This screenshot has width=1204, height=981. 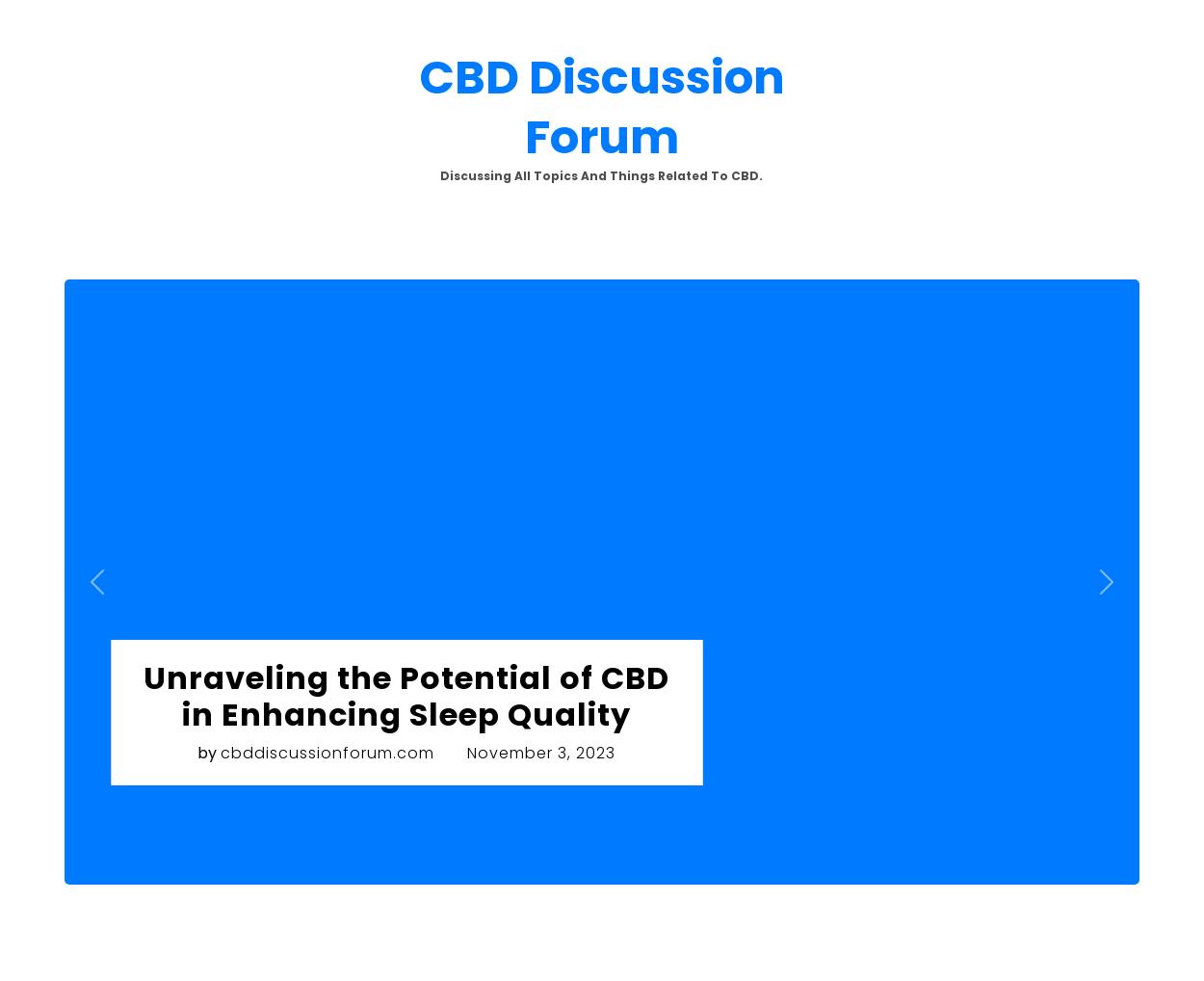 What do you see at coordinates (974, 291) in the screenshot?
I see `'October 29, 2023'` at bounding box center [974, 291].